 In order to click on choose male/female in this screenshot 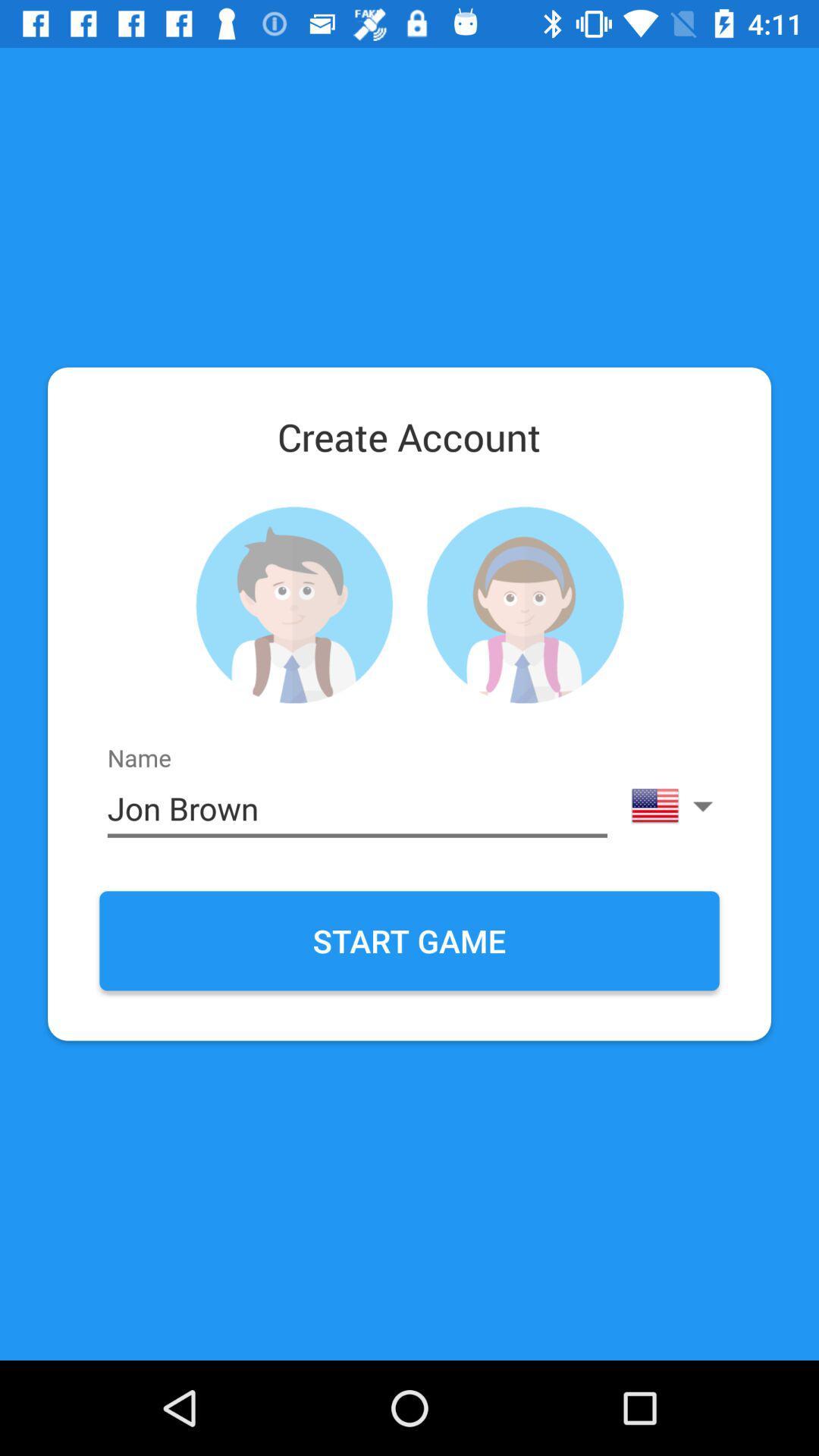, I will do `click(293, 604)`.